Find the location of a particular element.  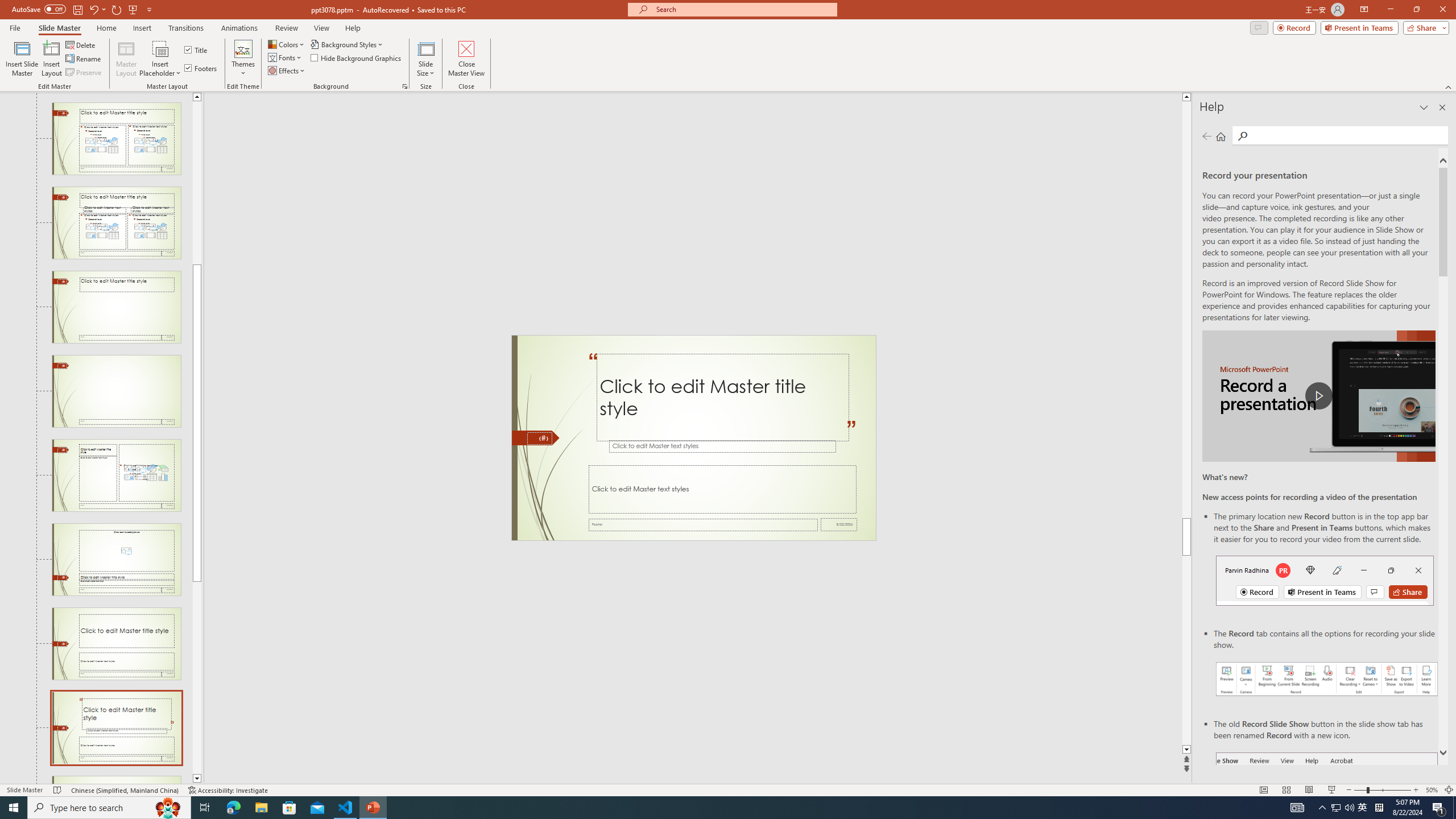

'Preserve' is located at coordinates (84, 72).